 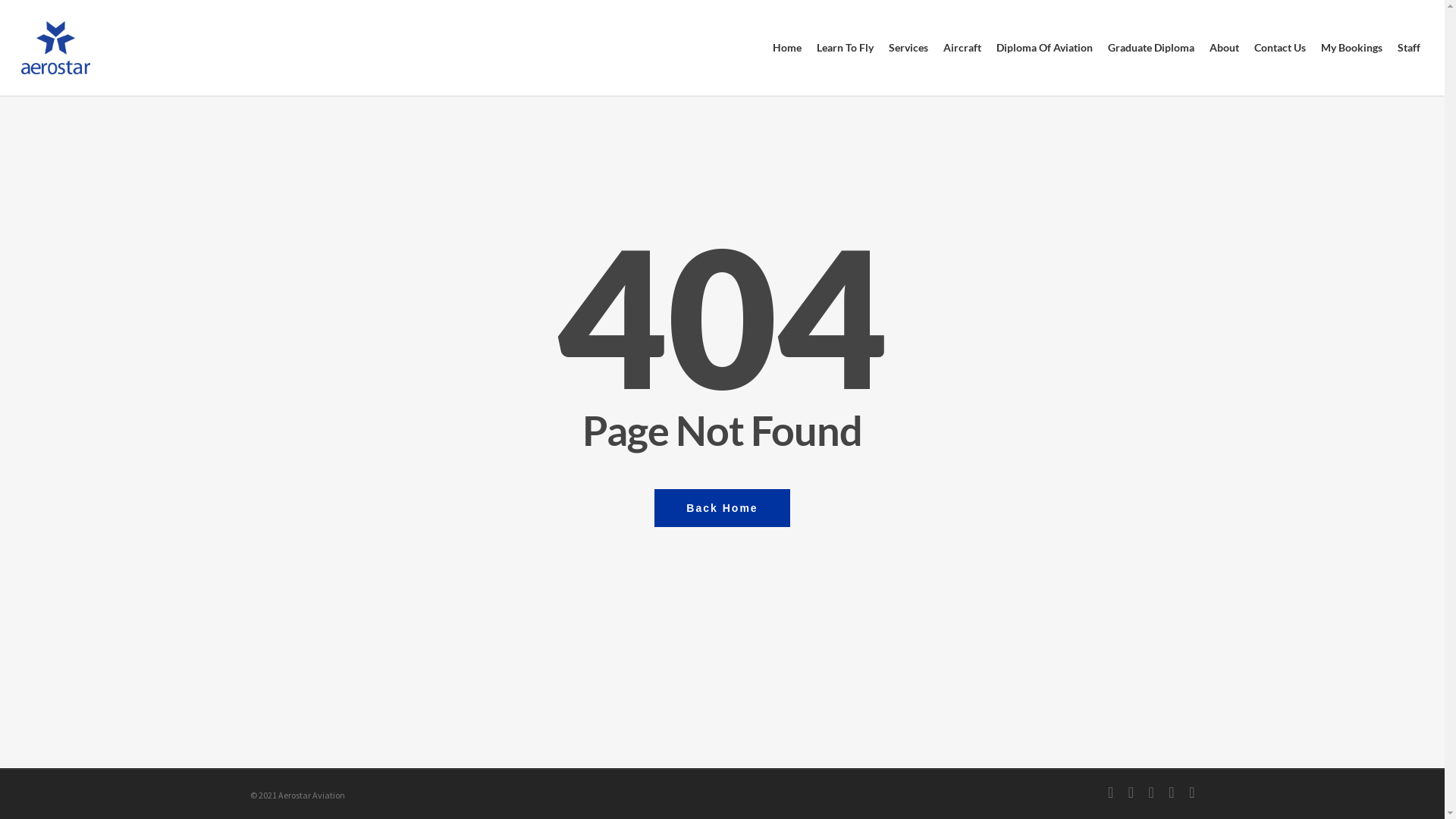 What do you see at coordinates (764, 46) in the screenshot?
I see `'Home'` at bounding box center [764, 46].